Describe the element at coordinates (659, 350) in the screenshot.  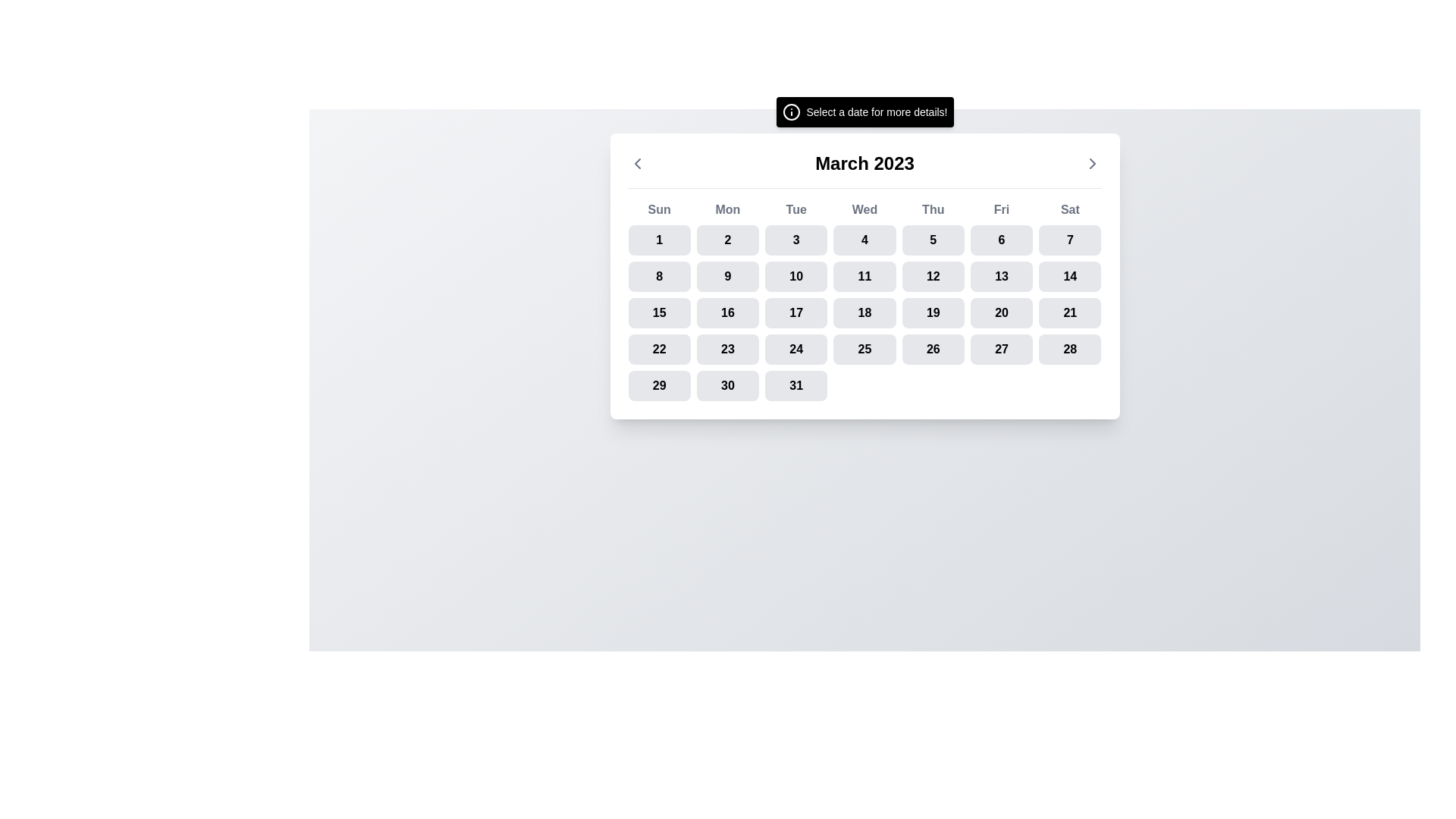
I see `the button displaying the number '22' with a gray background located in the calendar grid under 'Wed'` at that location.